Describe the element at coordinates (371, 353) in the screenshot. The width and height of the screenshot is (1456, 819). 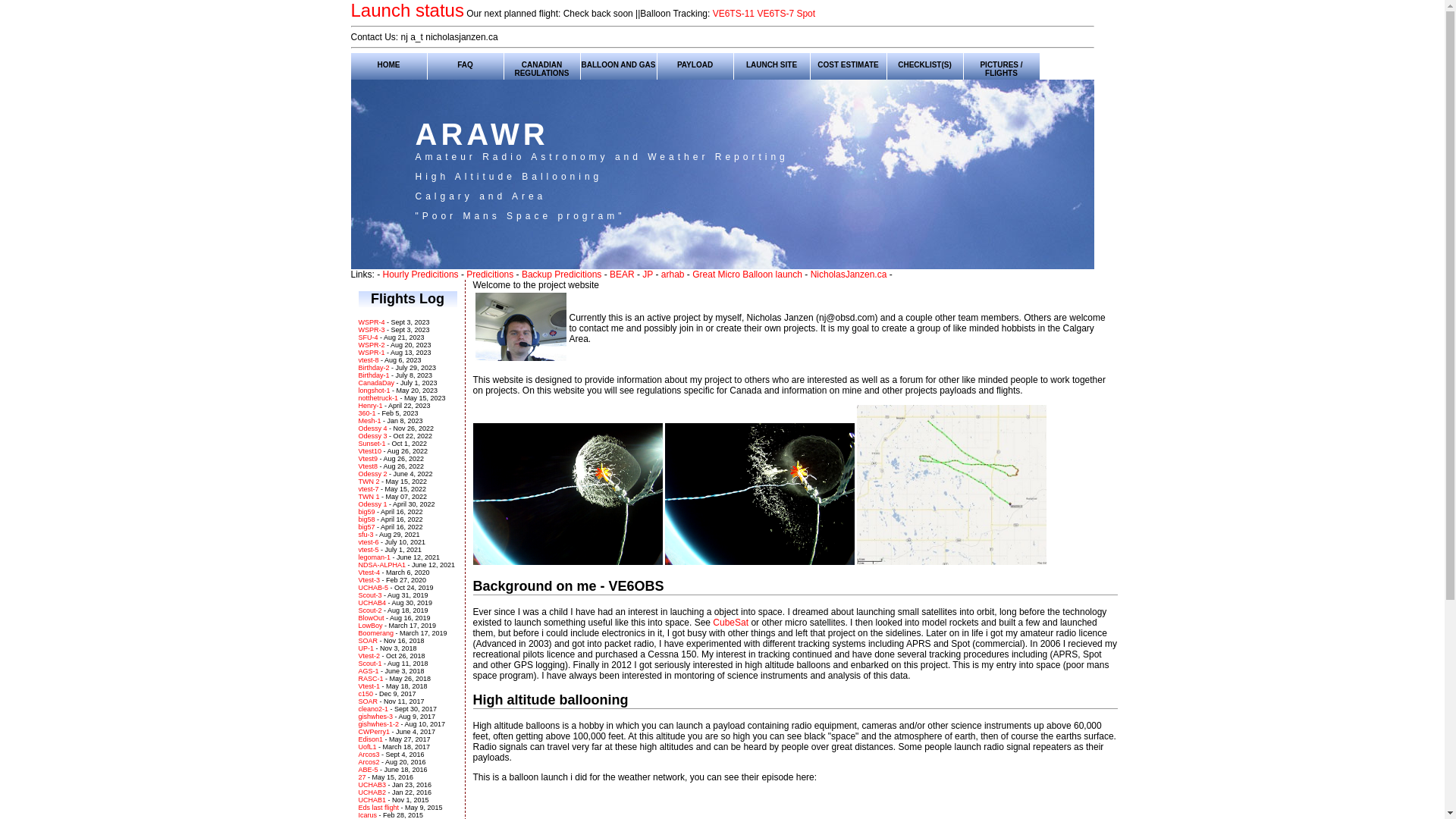
I see `'WSPR-1'` at that location.